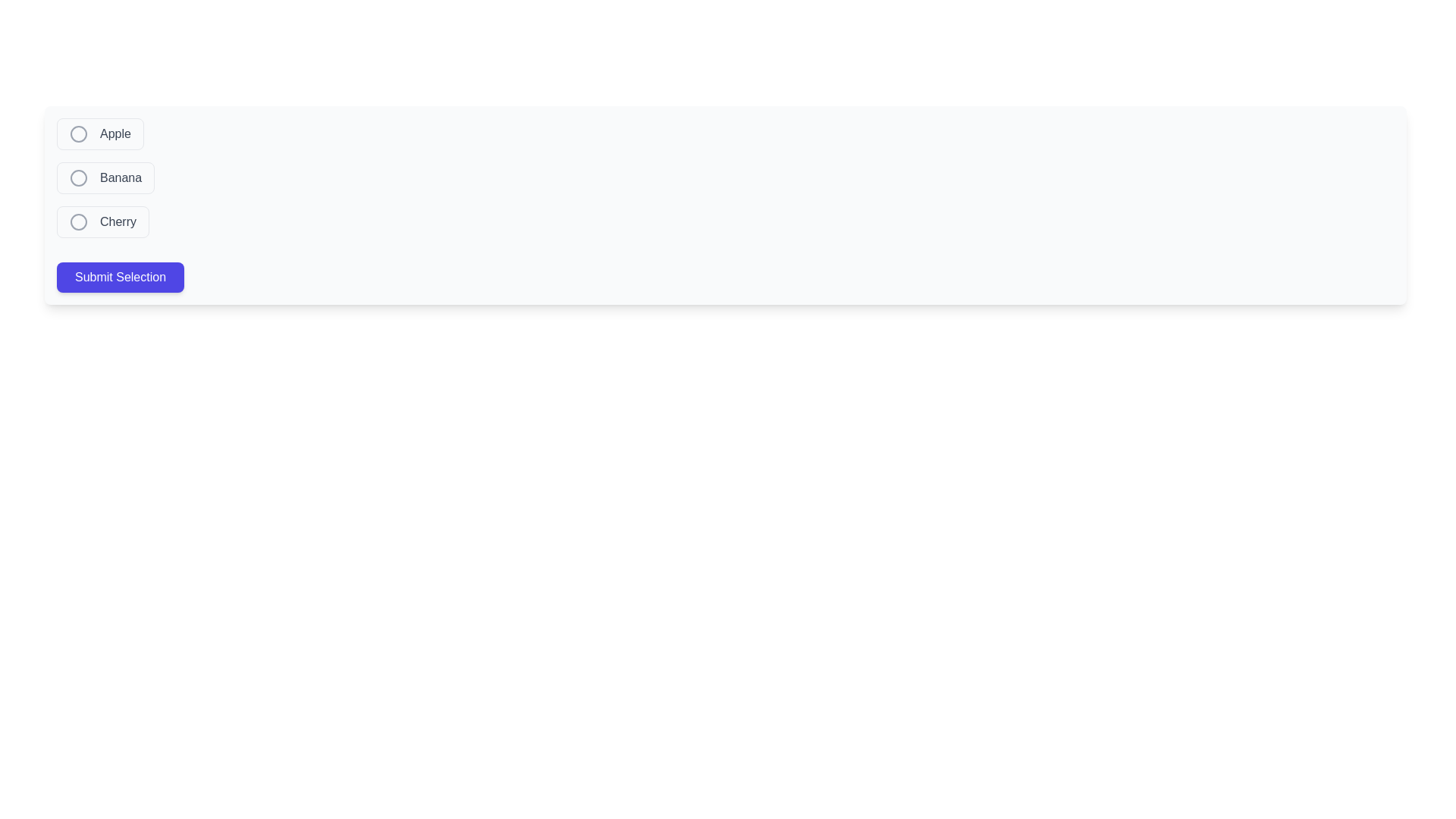  Describe the element at coordinates (78, 177) in the screenshot. I see `the circle element representing the 'Banana' option in the multi-choice selection box by moving the cursor to its center point` at that location.